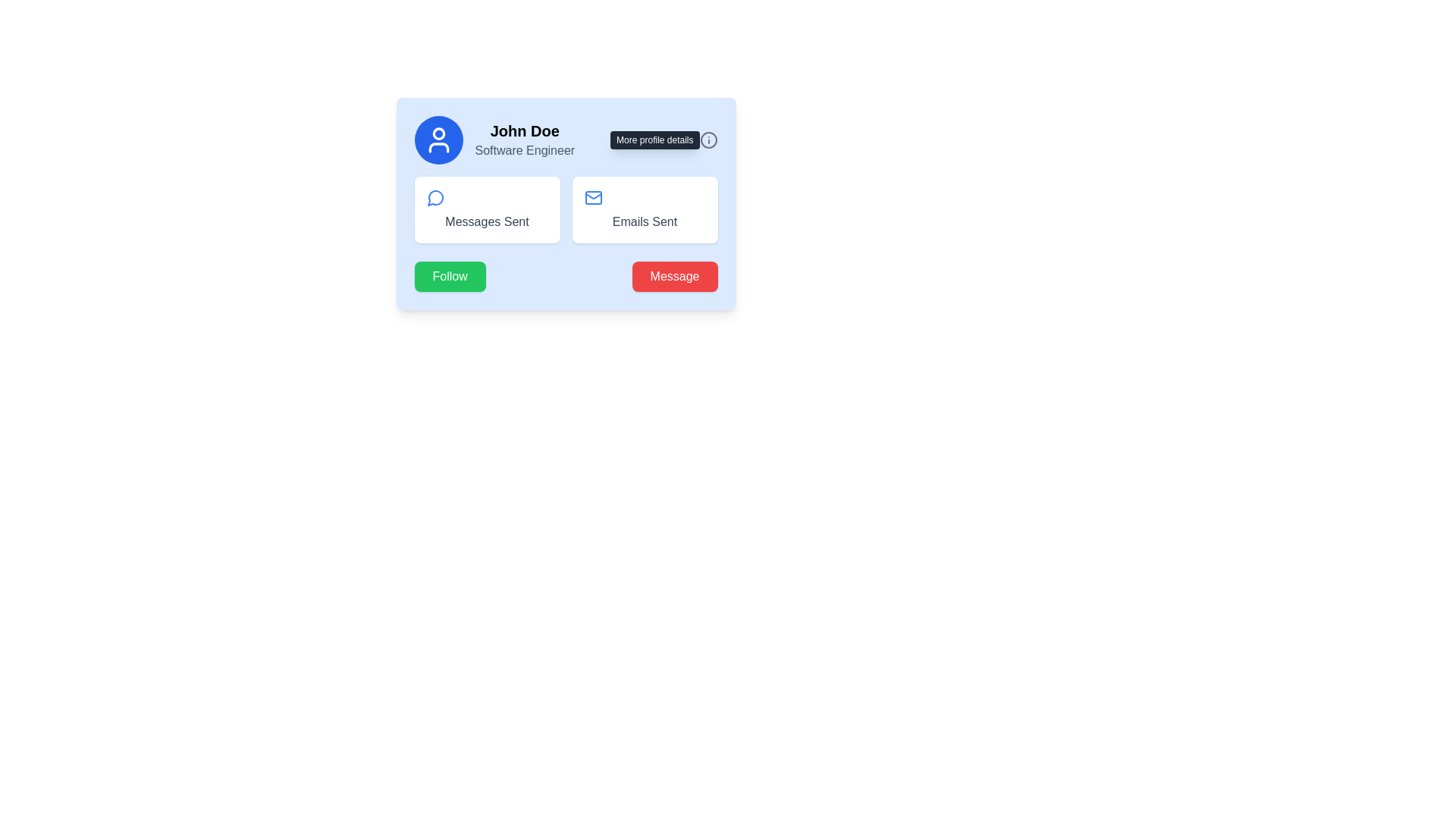 This screenshot has width=1456, height=819. Describe the element at coordinates (708, 140) in the screenshot. I see `the main circular part of the icon in the header section of the profile card, which is part of a button-like component and has a tooltip that says 'More profile details'` at that location.